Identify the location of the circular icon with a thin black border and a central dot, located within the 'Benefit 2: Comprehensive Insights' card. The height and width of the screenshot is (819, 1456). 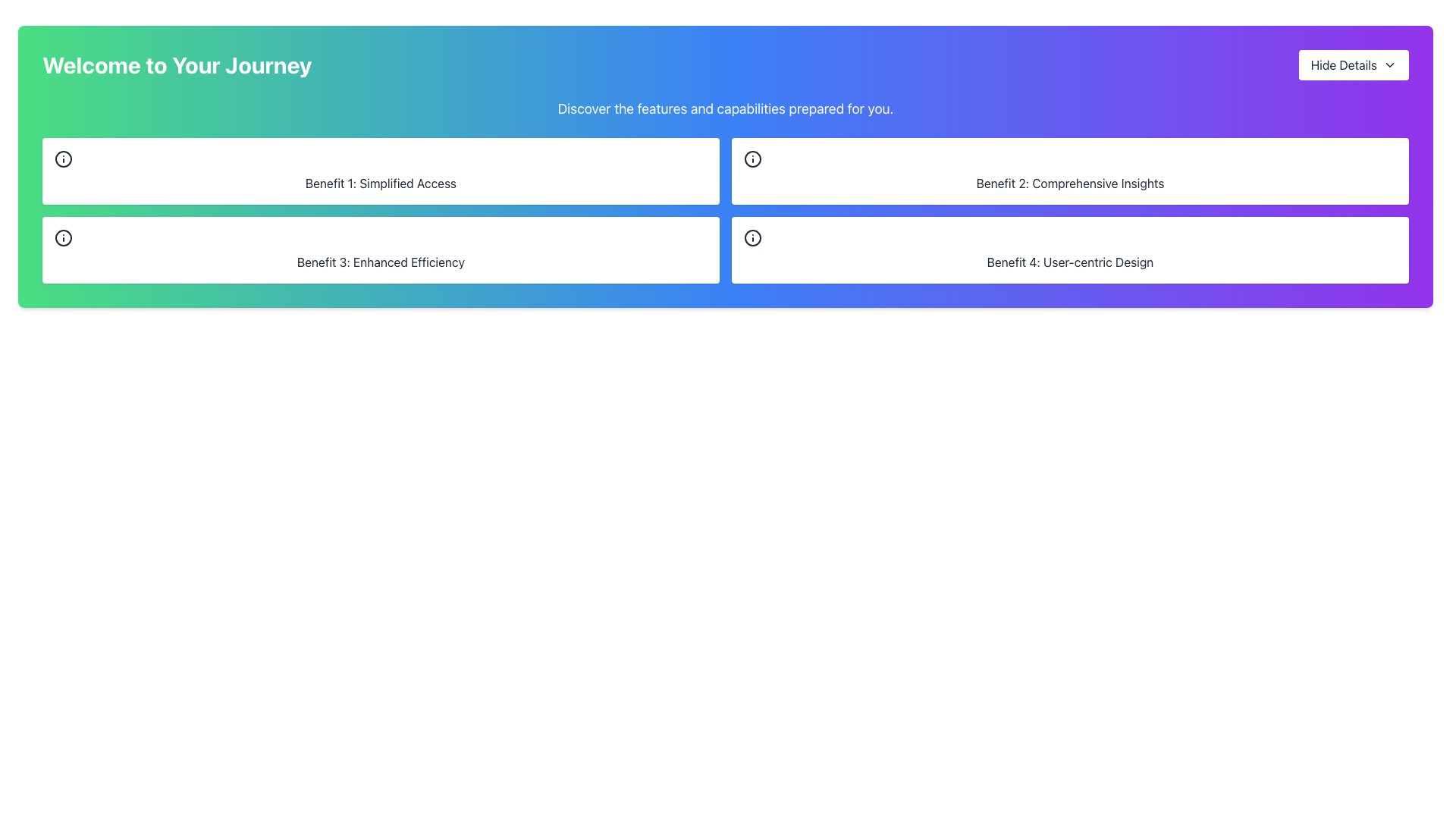
(753, 158).